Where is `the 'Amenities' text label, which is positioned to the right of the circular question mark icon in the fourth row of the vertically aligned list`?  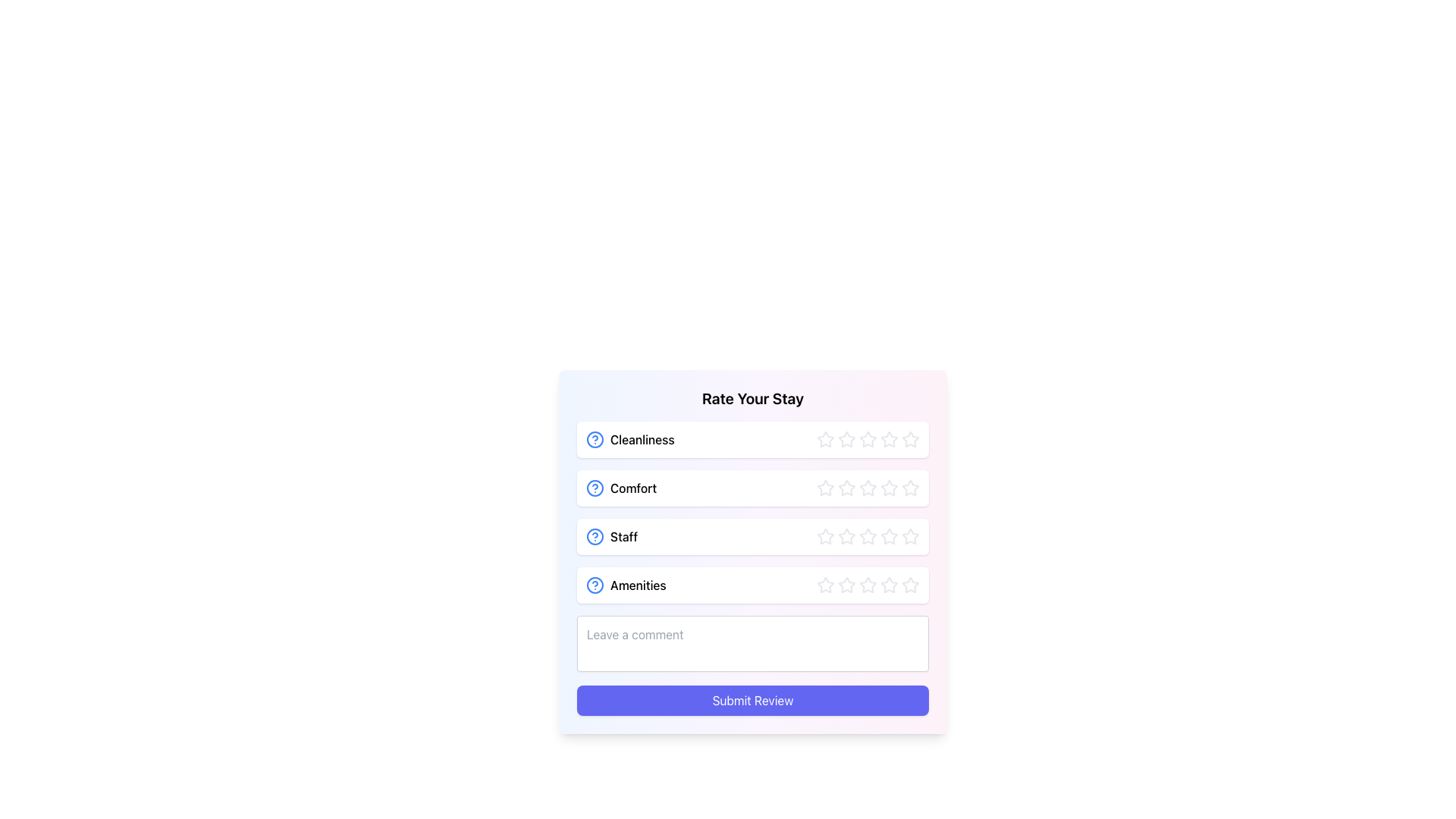 the 'Amenities' text label, which is positioned to the right of the circular question mark icon in the fourth row of the vertically aligned list is located at coordinates (638, 584).